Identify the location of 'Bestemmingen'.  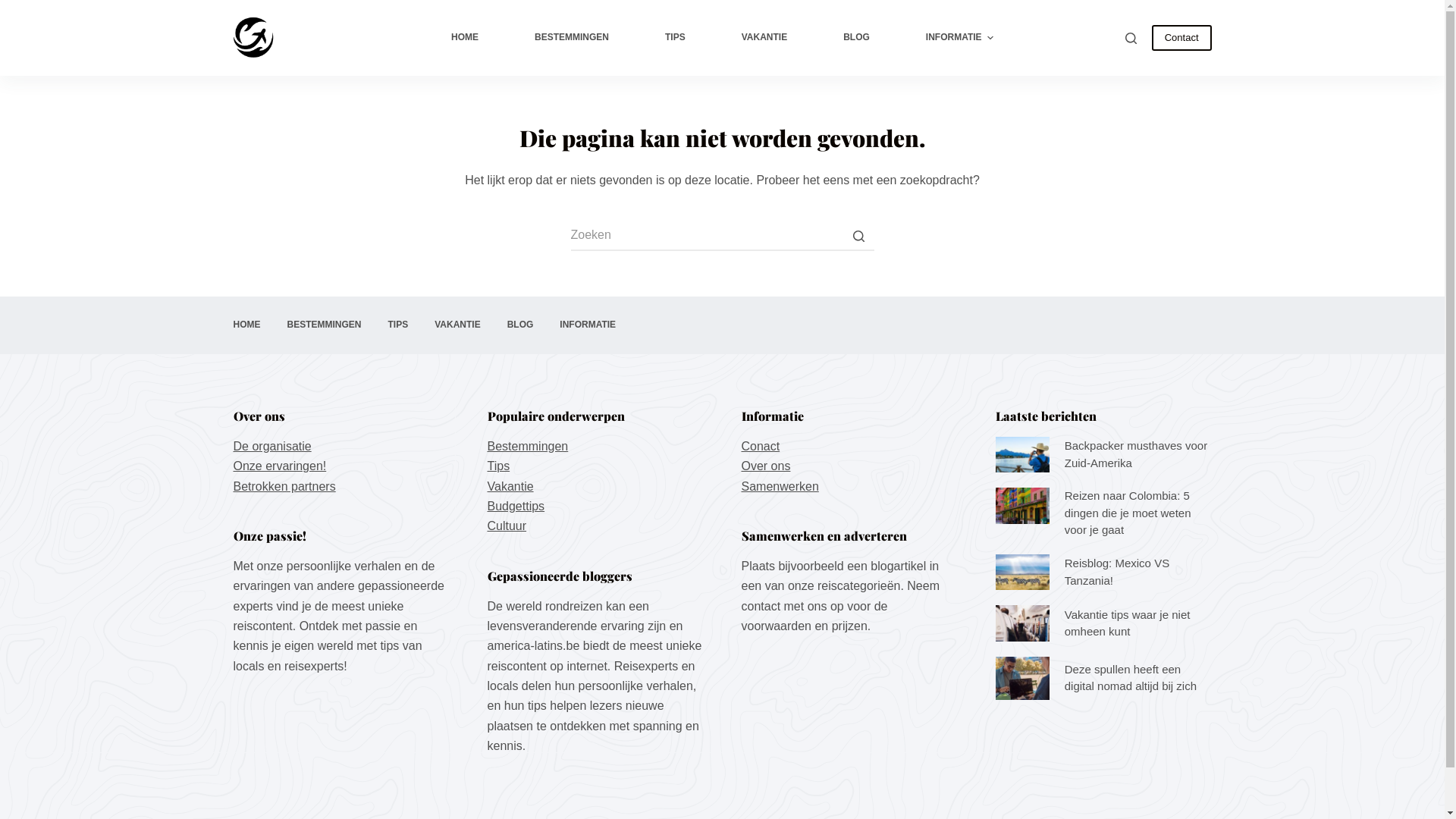
(527, 445).